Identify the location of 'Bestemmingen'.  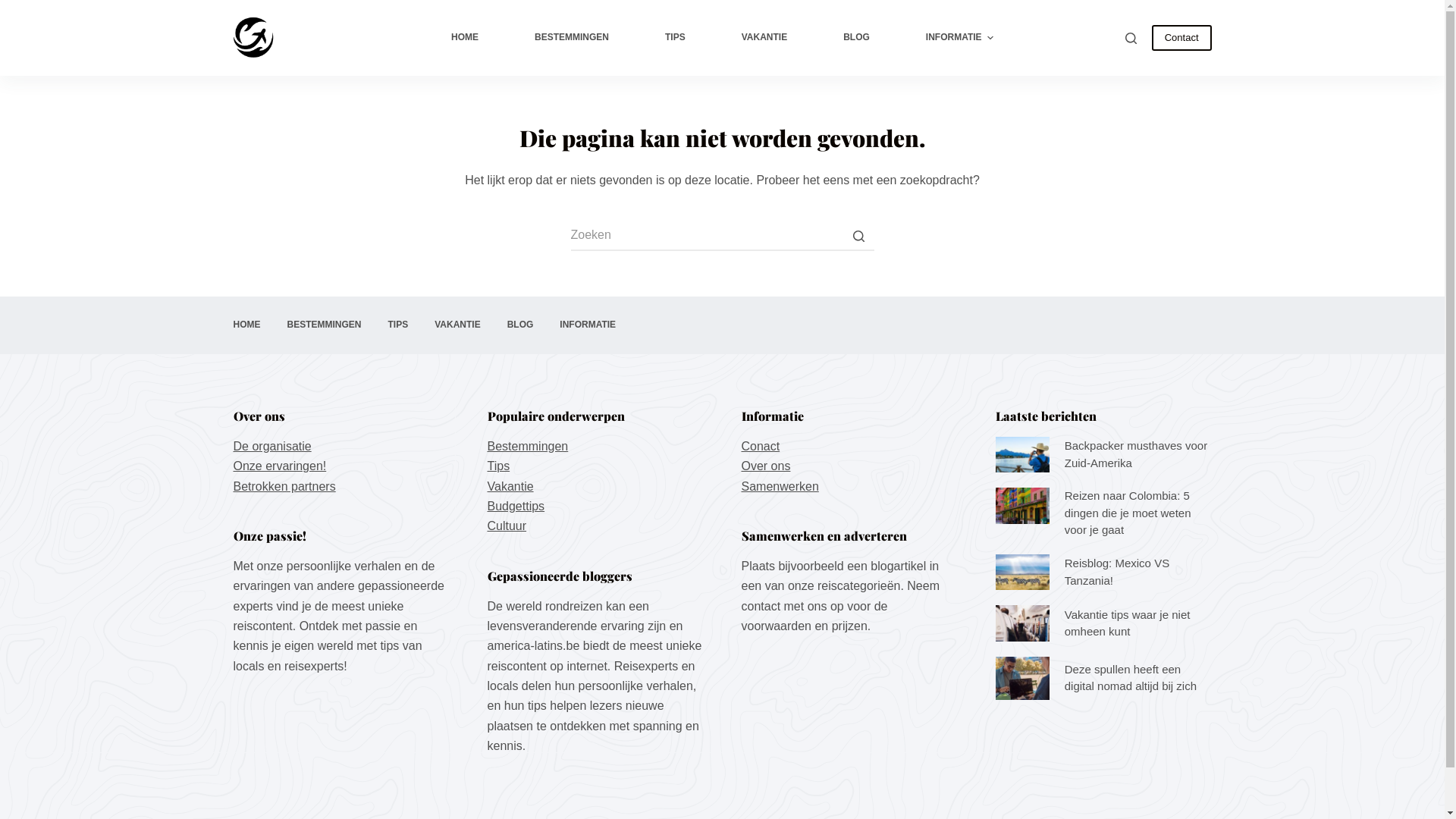
(527, 445).